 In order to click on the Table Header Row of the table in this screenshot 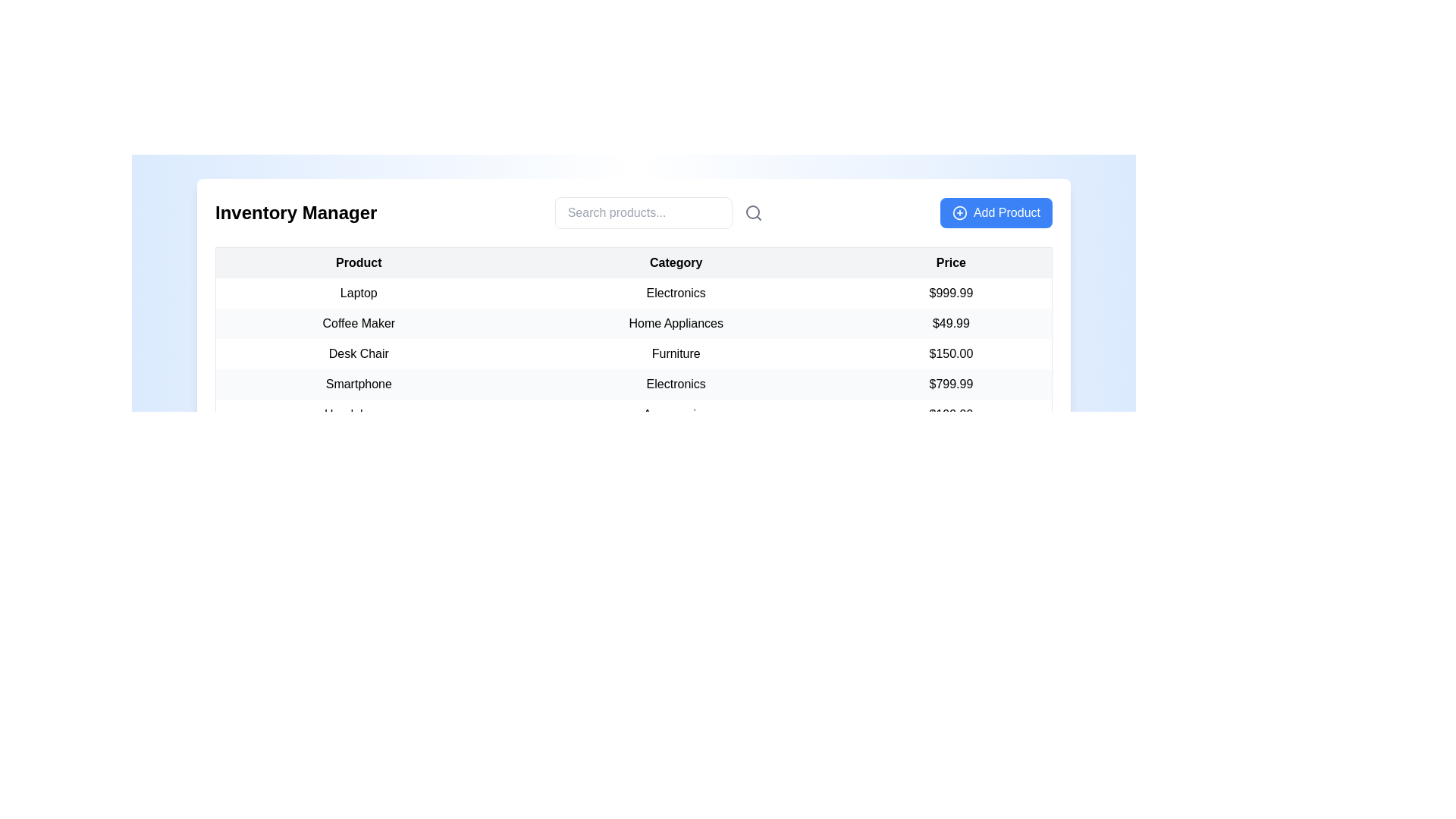, I will do `click(633, 262)`.